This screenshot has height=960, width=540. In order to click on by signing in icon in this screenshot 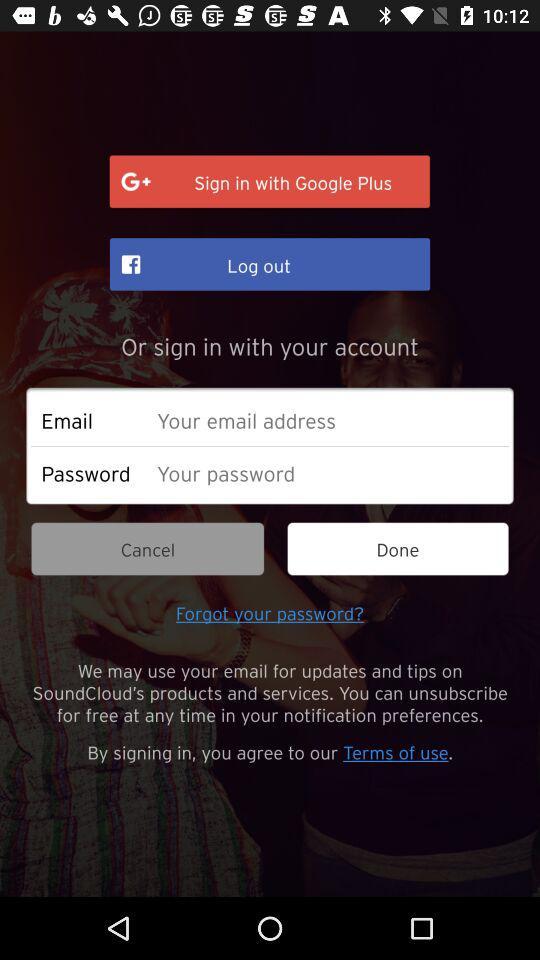, I will do `click(270, 750)`.